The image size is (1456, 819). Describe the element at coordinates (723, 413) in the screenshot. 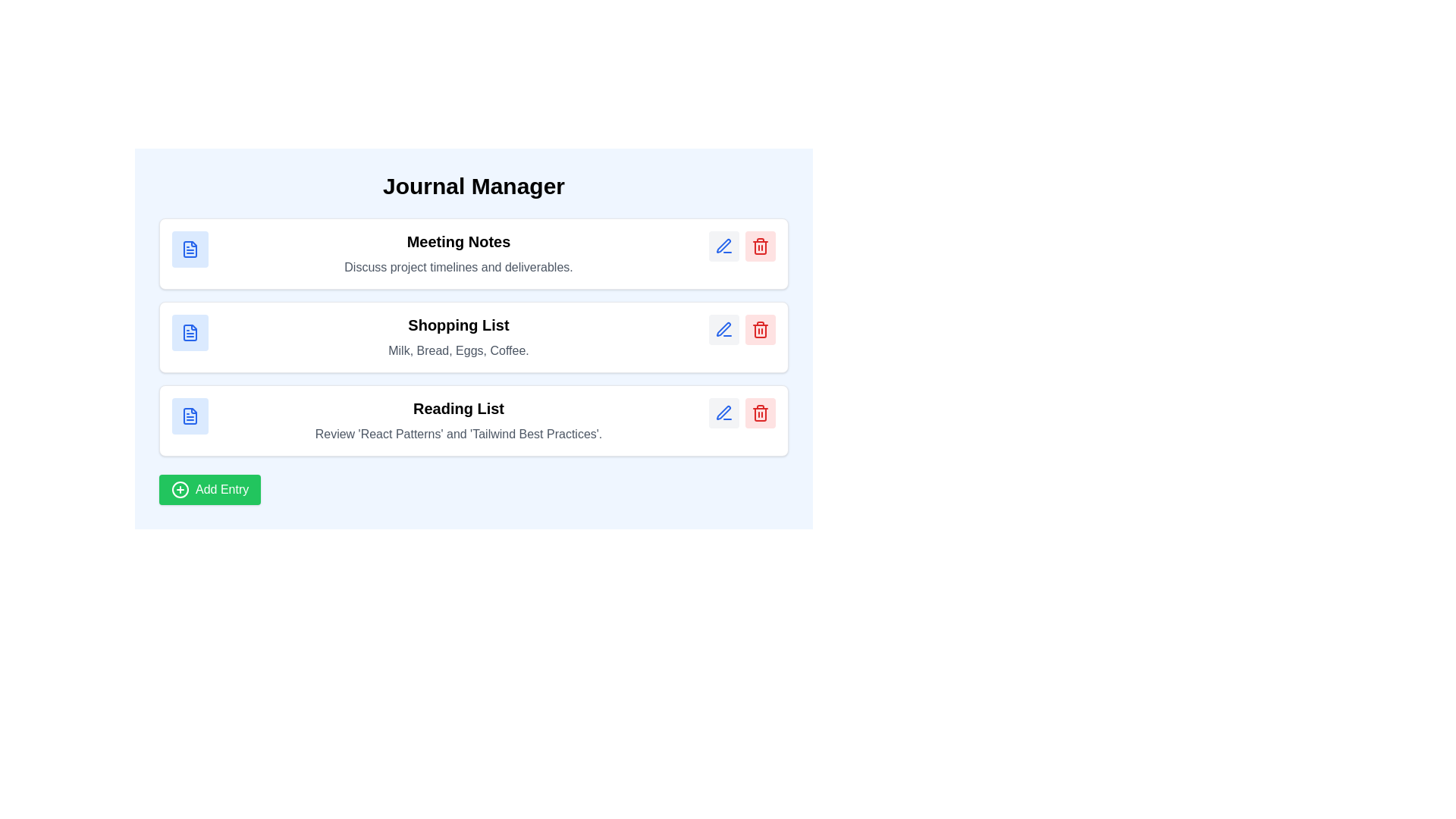

I see `the edit button located to the right of the 'Reading List' text` at that location.